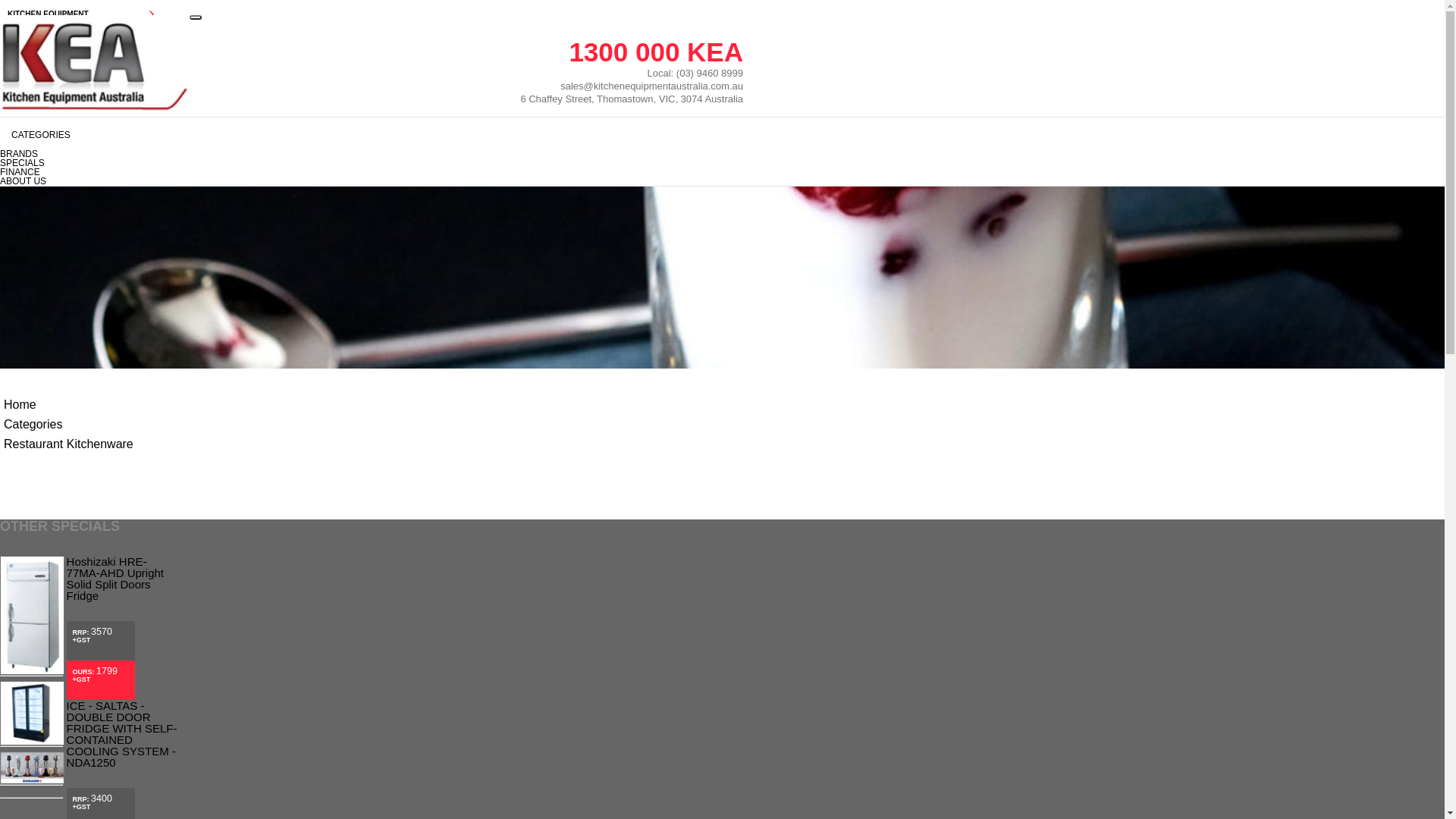 Image resolution: width=1456 pixels, height=819 pixels. Describe the element at coordinates (3, 403) in the screenshot. I see `'Home'` at that location.